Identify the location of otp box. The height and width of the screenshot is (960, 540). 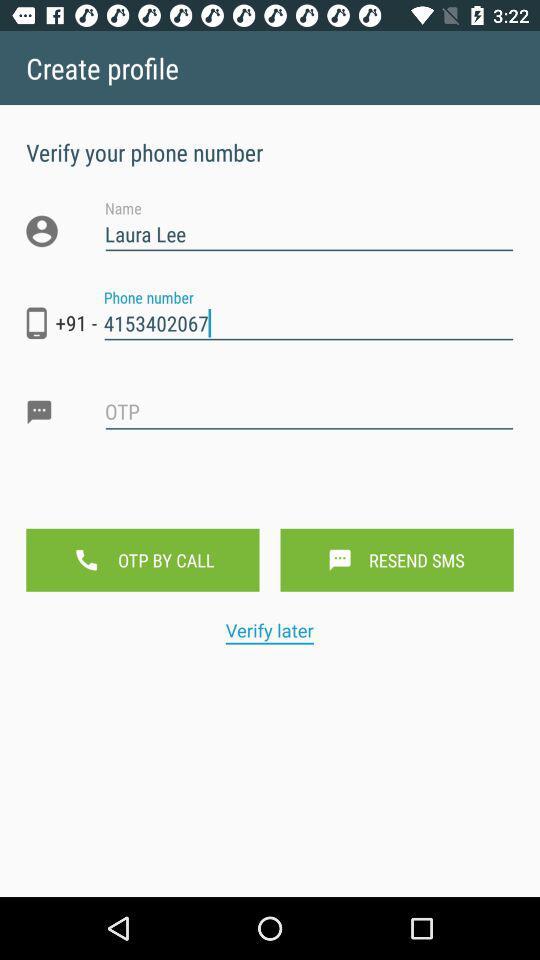
(309, 428).